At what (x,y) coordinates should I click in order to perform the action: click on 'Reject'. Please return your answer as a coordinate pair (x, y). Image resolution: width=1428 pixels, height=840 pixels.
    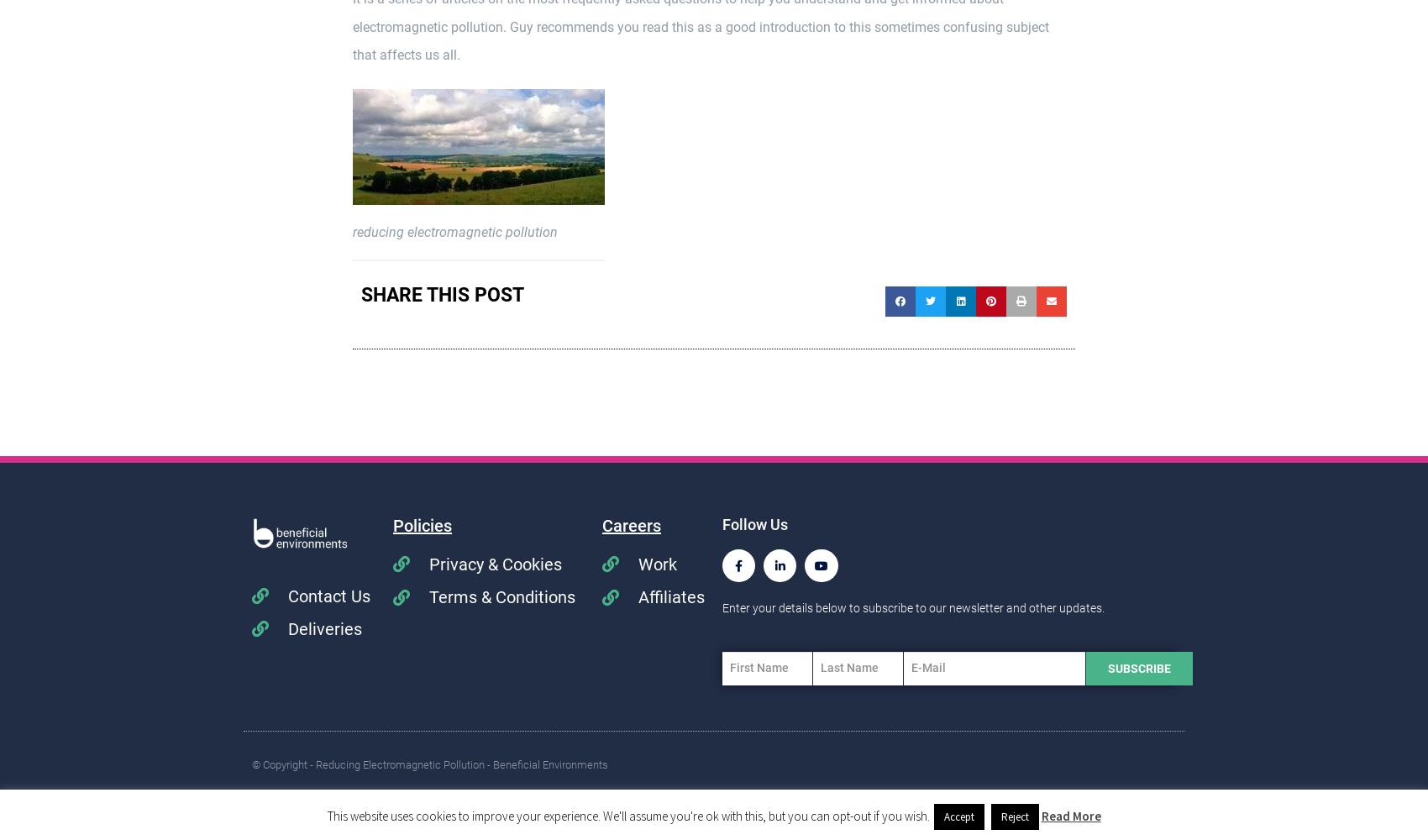
    Looking at the image, I should click on (1000, 816).